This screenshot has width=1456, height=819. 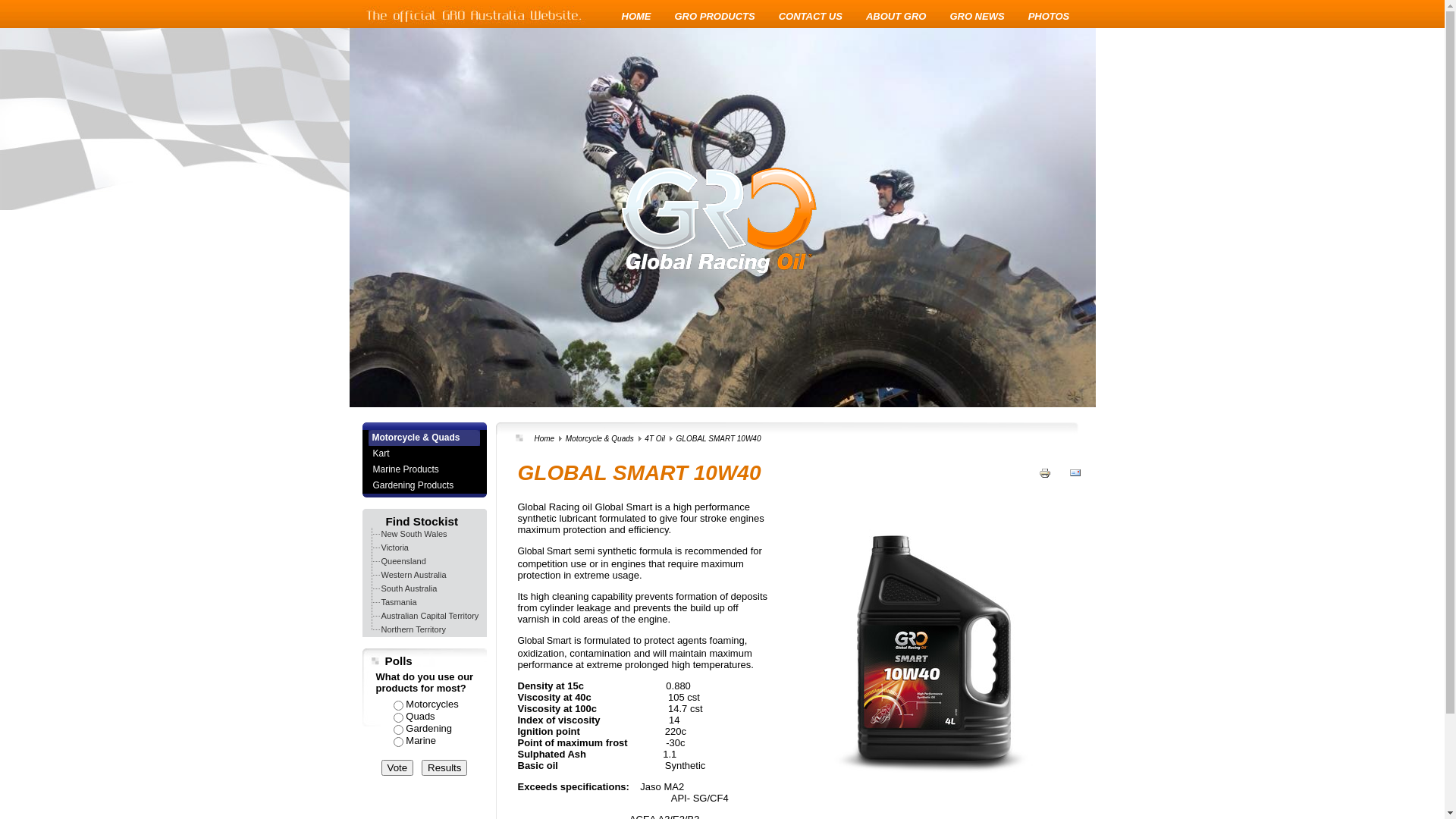 I want to click on 'Gardening Products', so click(x=423, y=485).